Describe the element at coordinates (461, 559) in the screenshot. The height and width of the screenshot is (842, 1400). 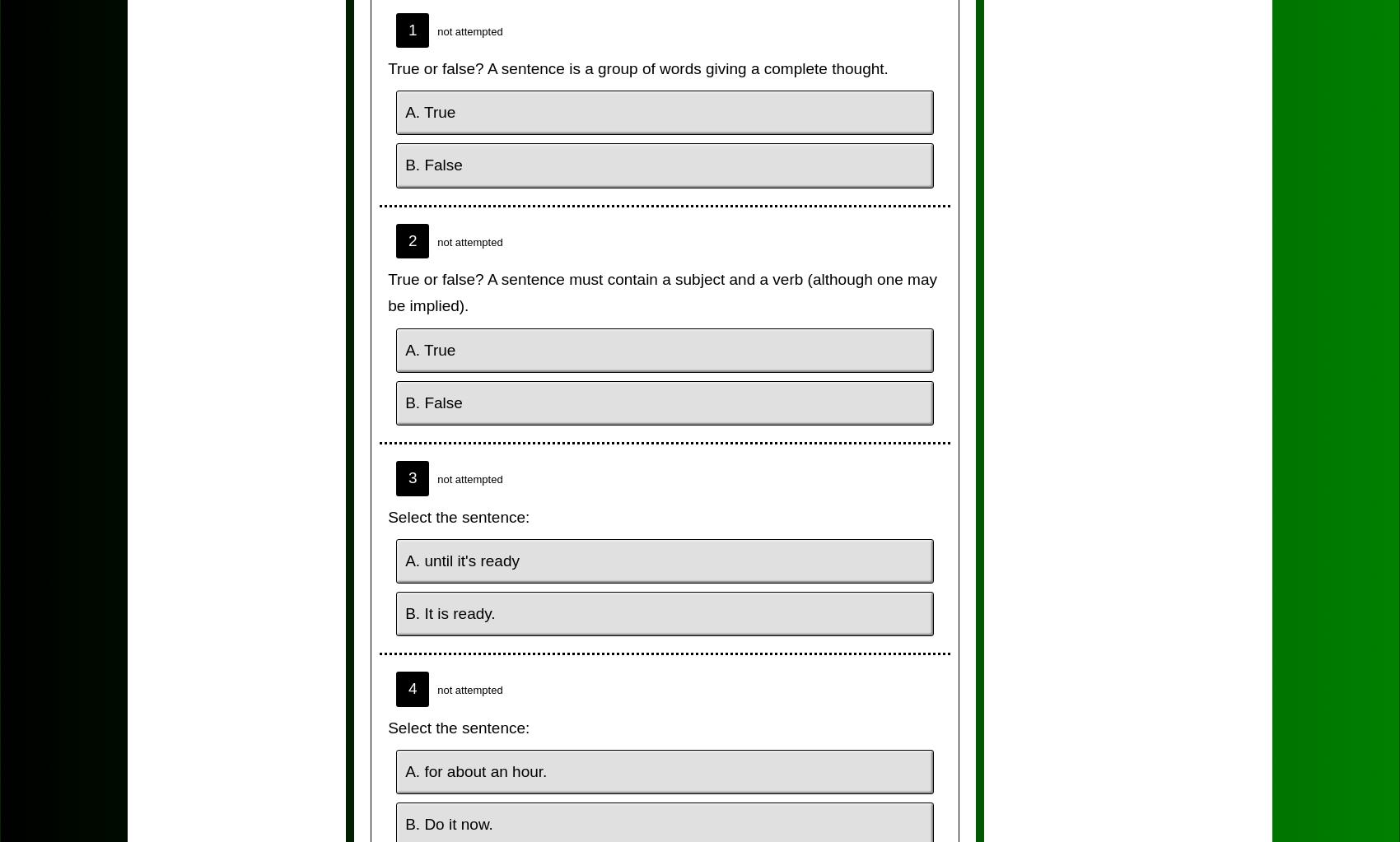
I see `'A. until it's ready'` at that location.